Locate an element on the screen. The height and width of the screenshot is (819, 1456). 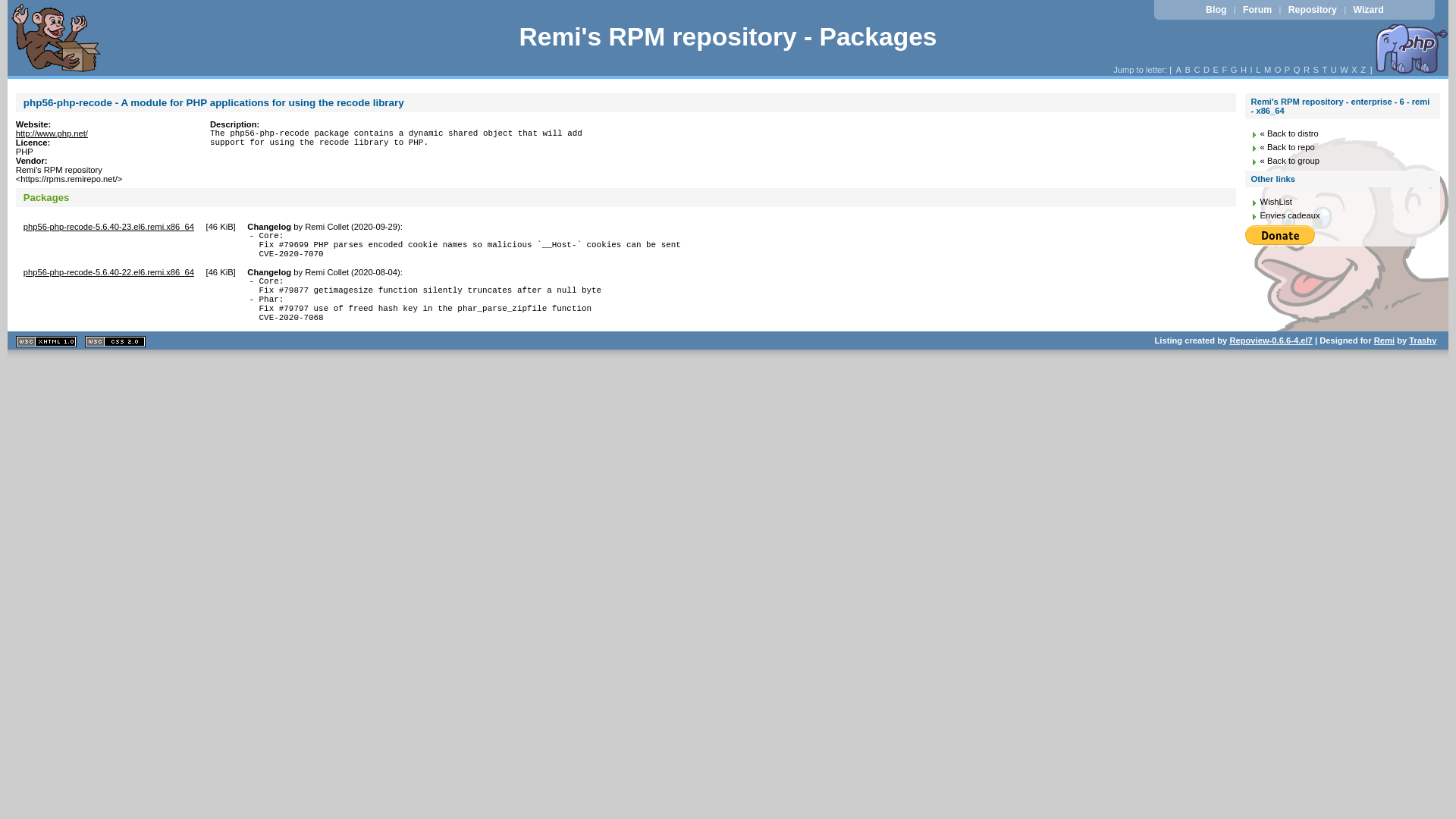
'Repoview-0.6.6-4.el7' is located at coordinates (1270, 340).